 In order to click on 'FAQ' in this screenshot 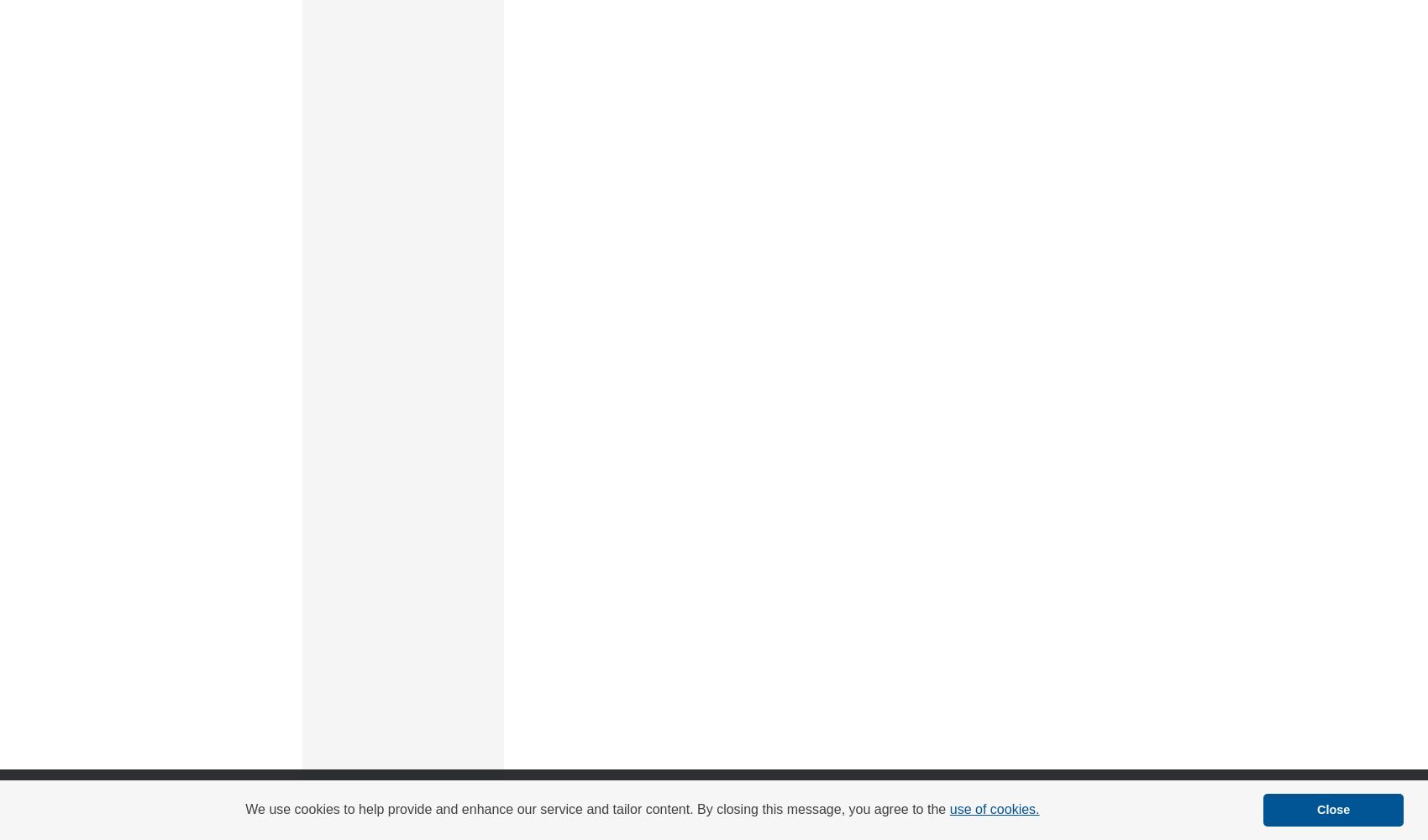, I will do `click(637, 794)`.